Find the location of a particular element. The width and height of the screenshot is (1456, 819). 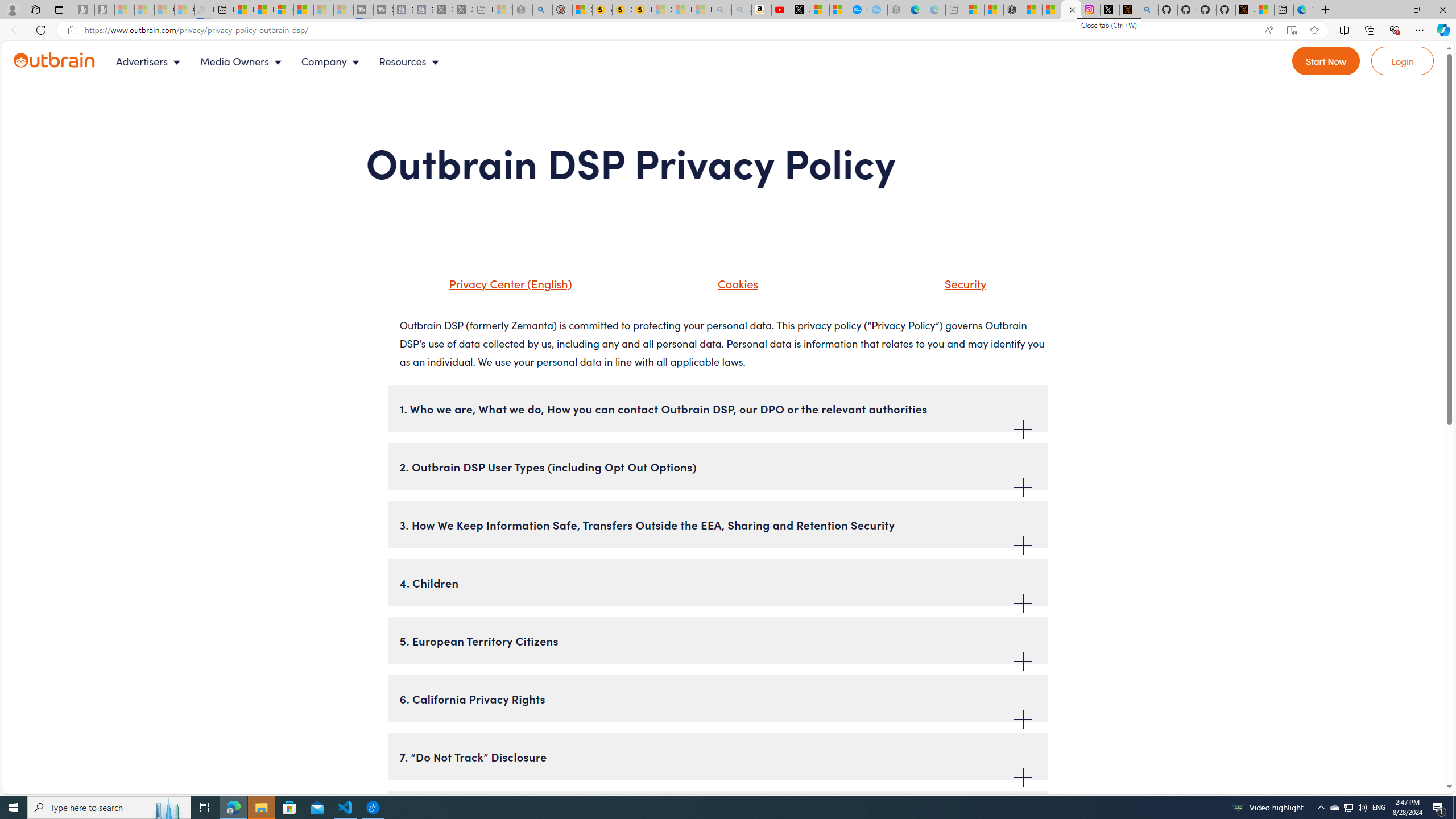

'Cookies' is located at coordinates (723, 287).